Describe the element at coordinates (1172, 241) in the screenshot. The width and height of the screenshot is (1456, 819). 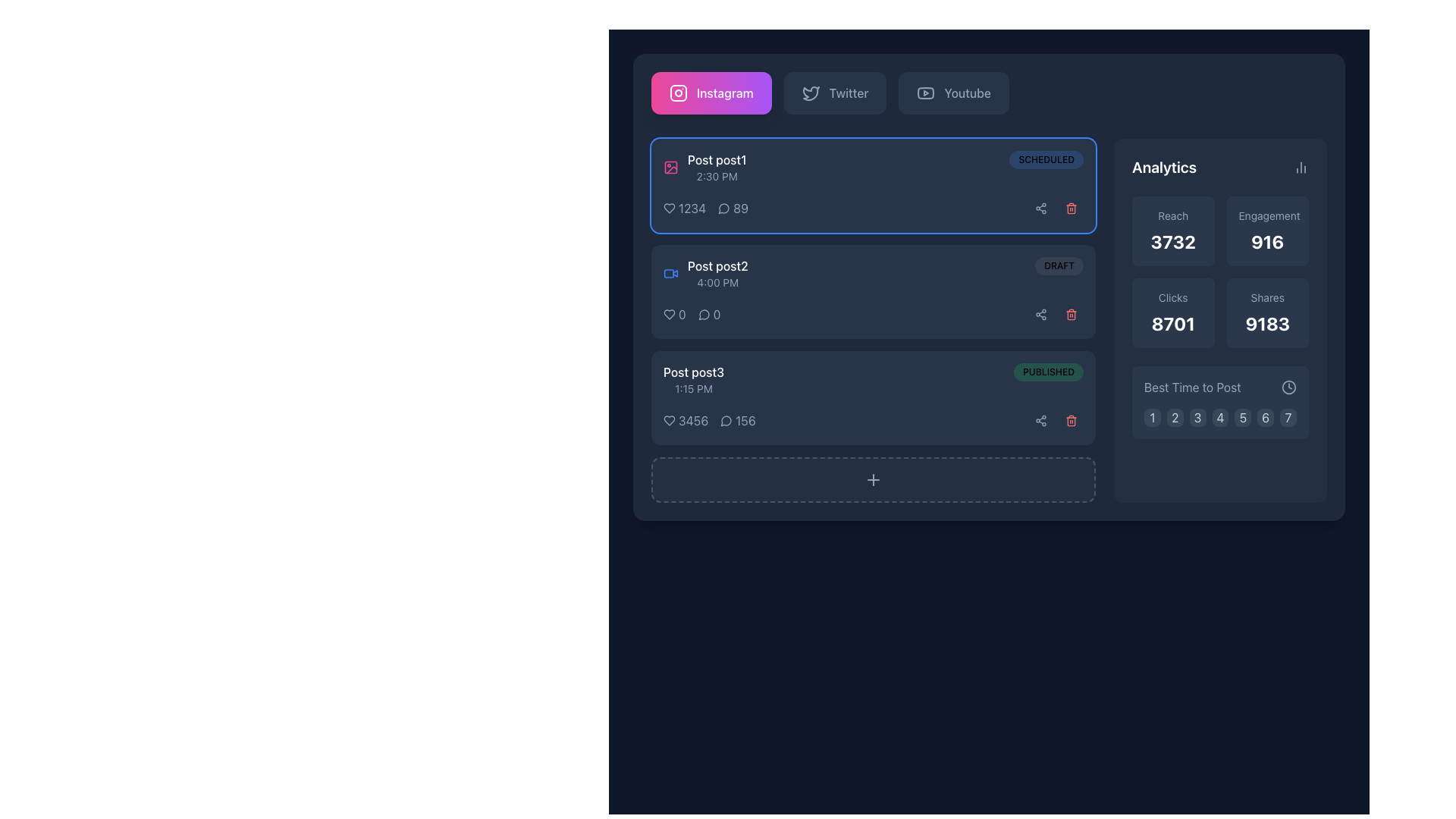
I see `the 'Reach' metric display in the analytics section` at that location.